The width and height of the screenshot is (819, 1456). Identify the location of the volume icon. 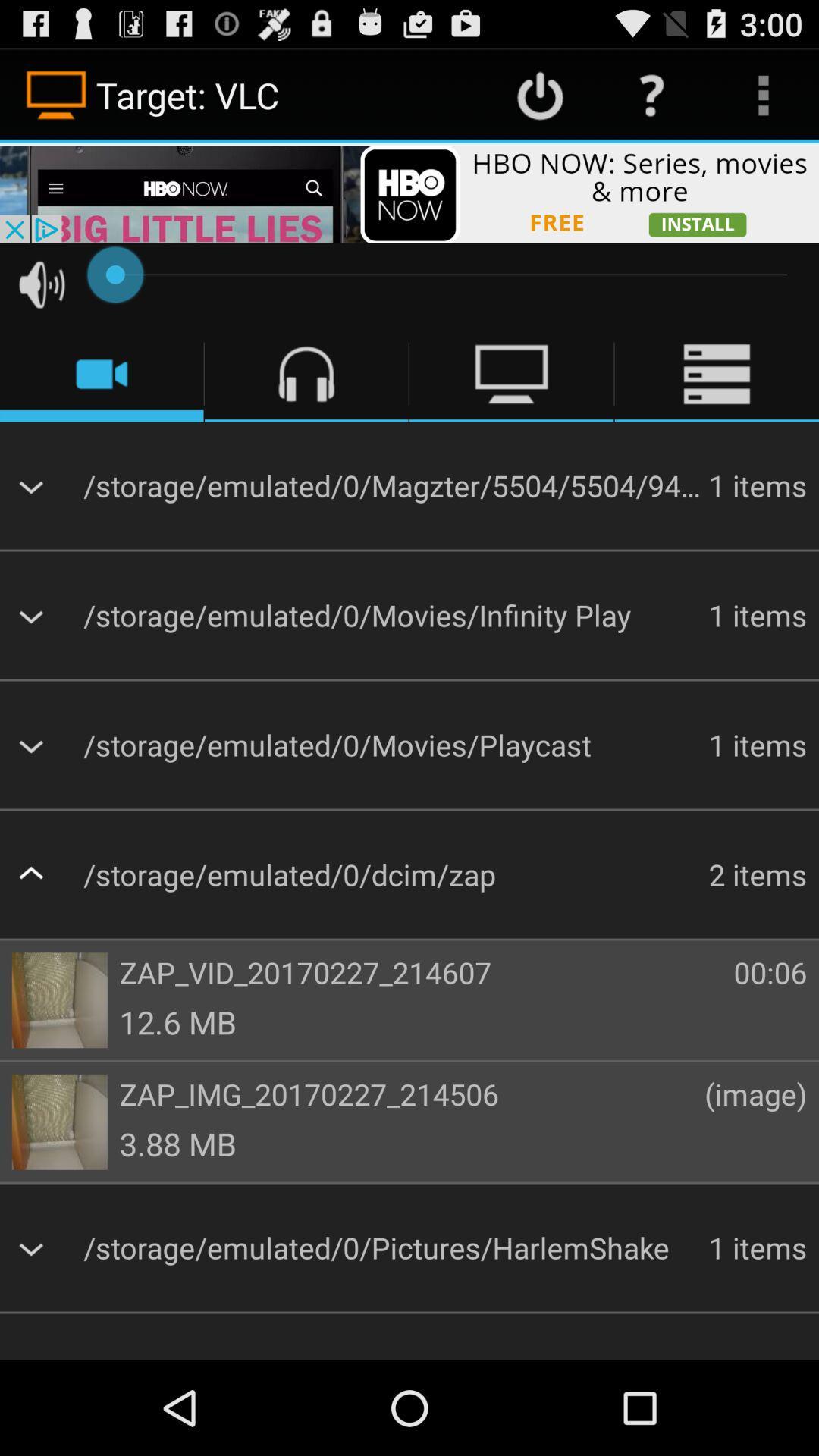
(41, 303).